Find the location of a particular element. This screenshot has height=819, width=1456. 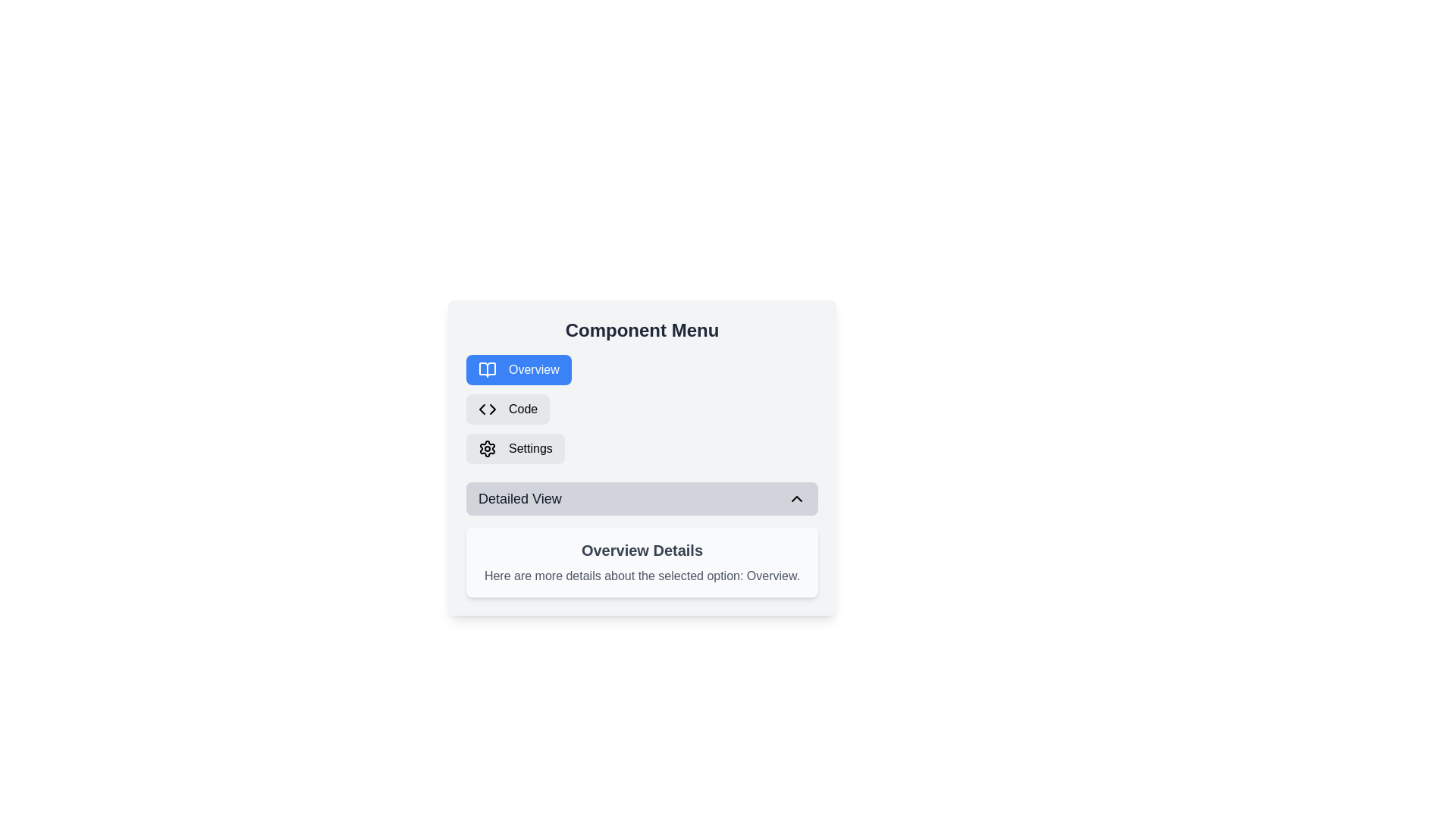

the settings icon, which is a gear-shaped icon with a black outline and filled center, located to the left of the 'Settings' label in the button is located at coordinates (488, 447).